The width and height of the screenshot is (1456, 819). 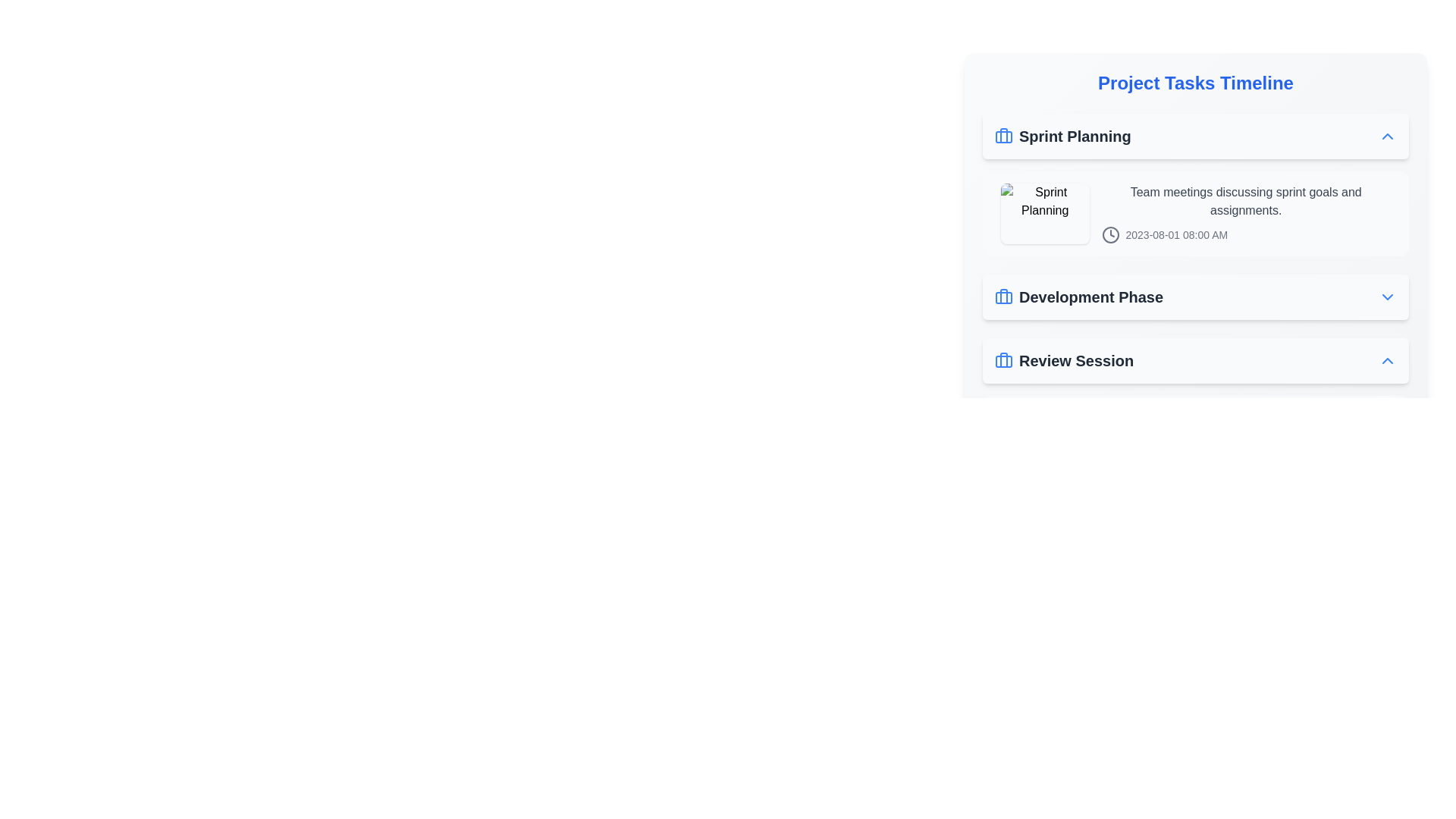 I want to click on label 'Sprint Planning' which is prominently styled in bold font and accompanied by a briefcase icon, located at the top of the 'Project Tasks Timeline' panel, so click(x=1062, y=136).